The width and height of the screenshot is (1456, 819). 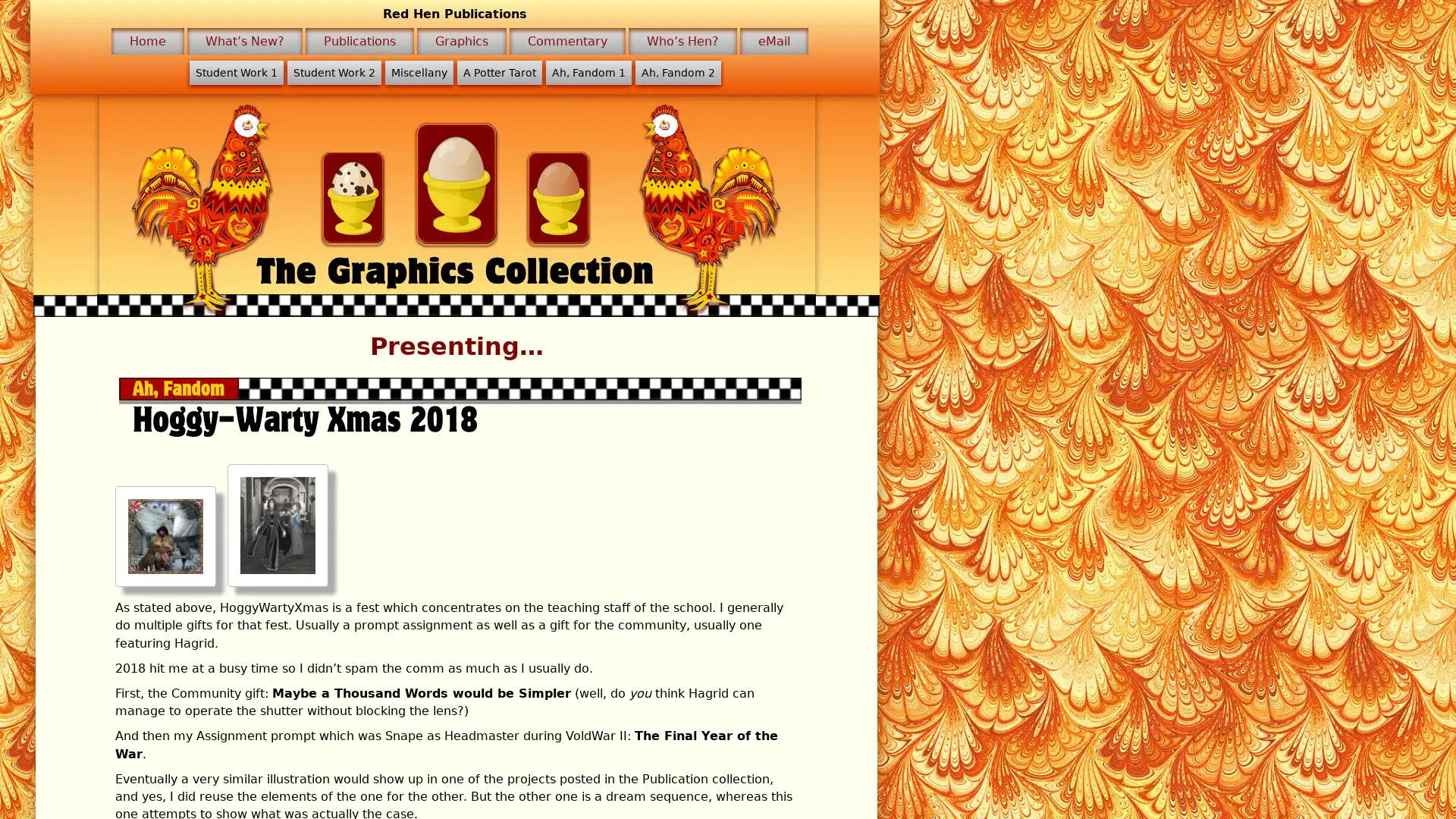 What do you see at coordinates (419, 73) in the screenshot?
I see `Miscellany` at bounding box center [419, 73].